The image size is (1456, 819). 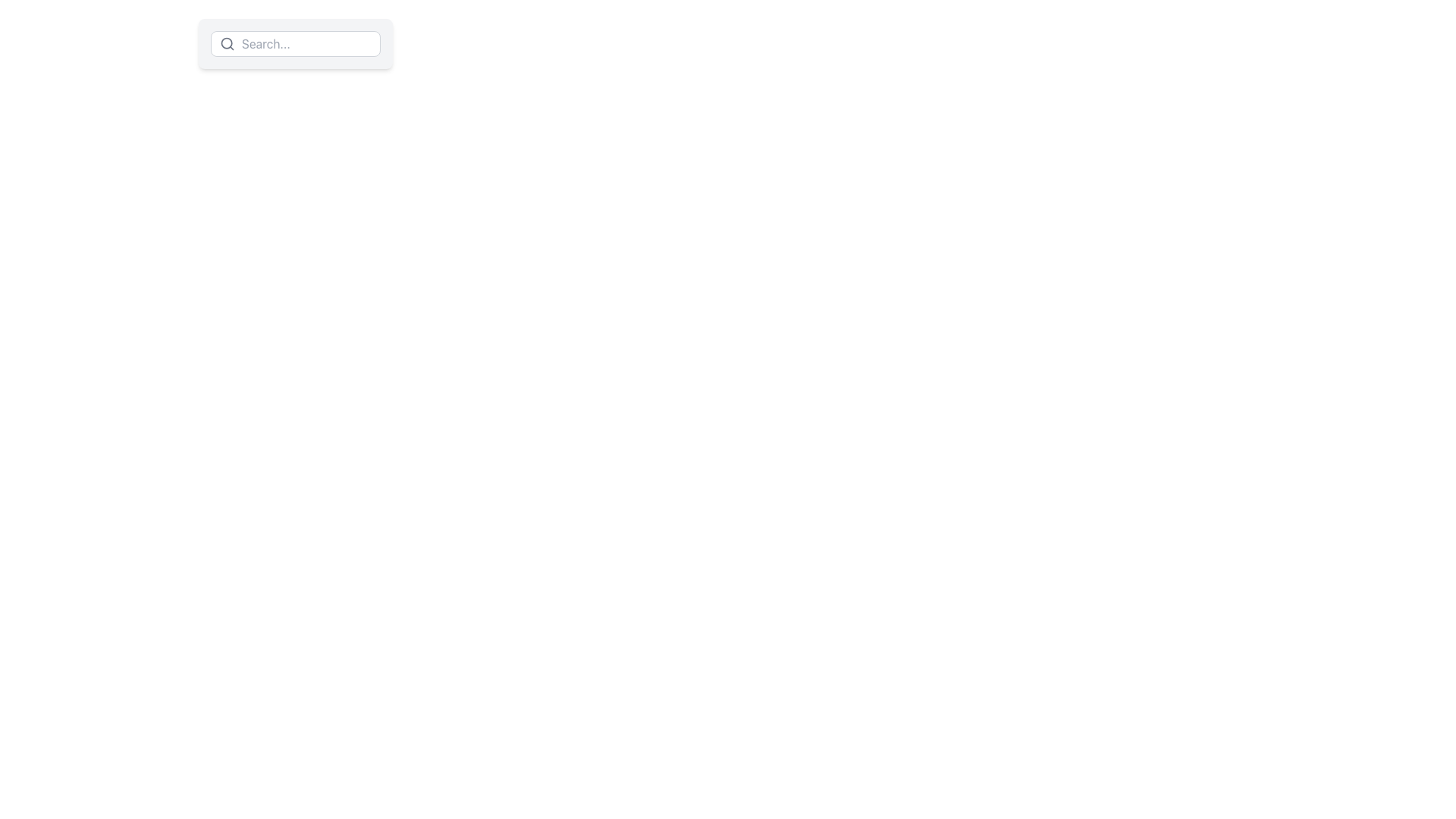 I want to click on the magnifying glass icon located inside the search input box, so click(x=226, y=42).